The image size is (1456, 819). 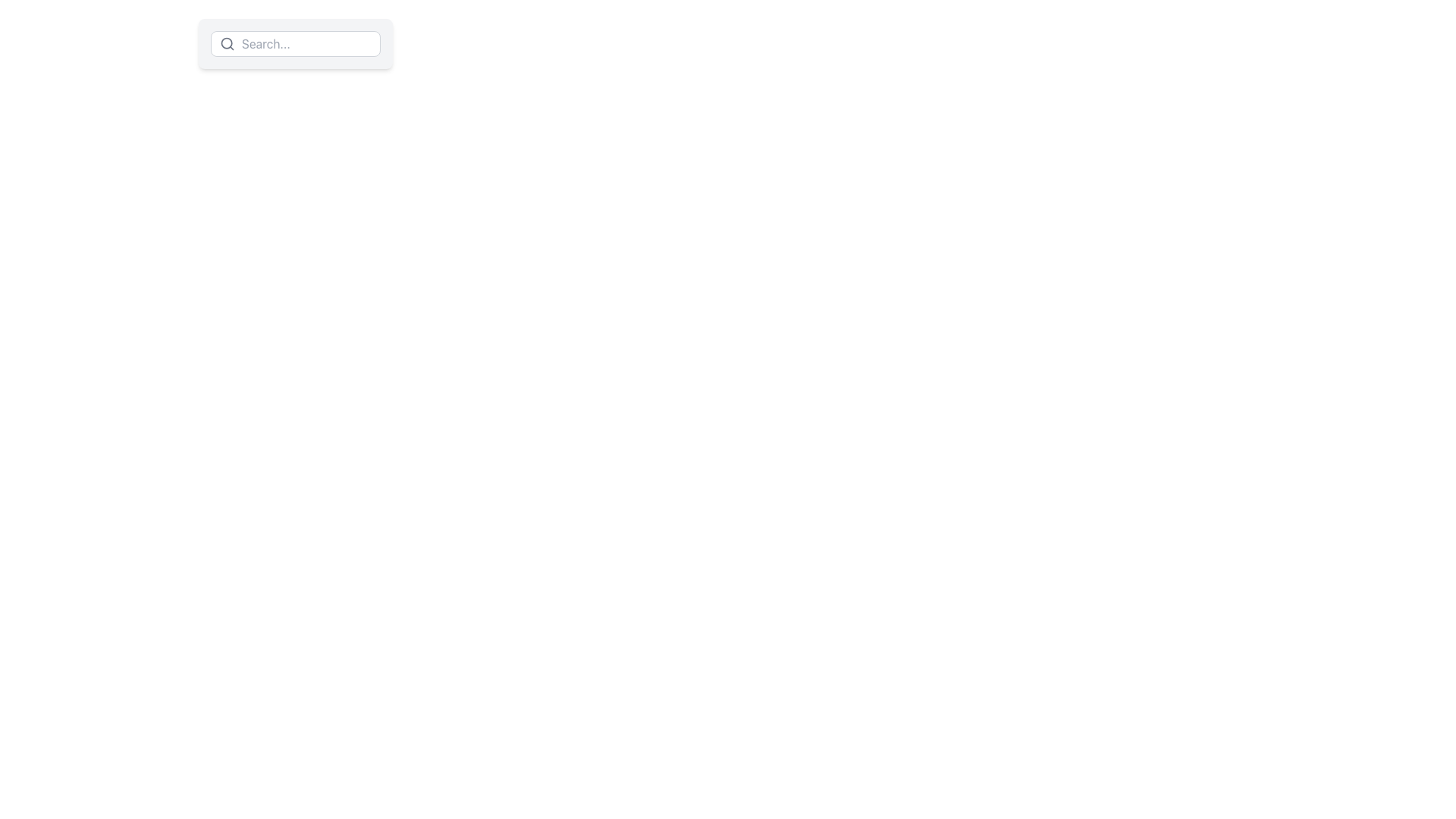 I want to click on the magnifying glass icon located inside the search input box, so click(x=226, y=42).